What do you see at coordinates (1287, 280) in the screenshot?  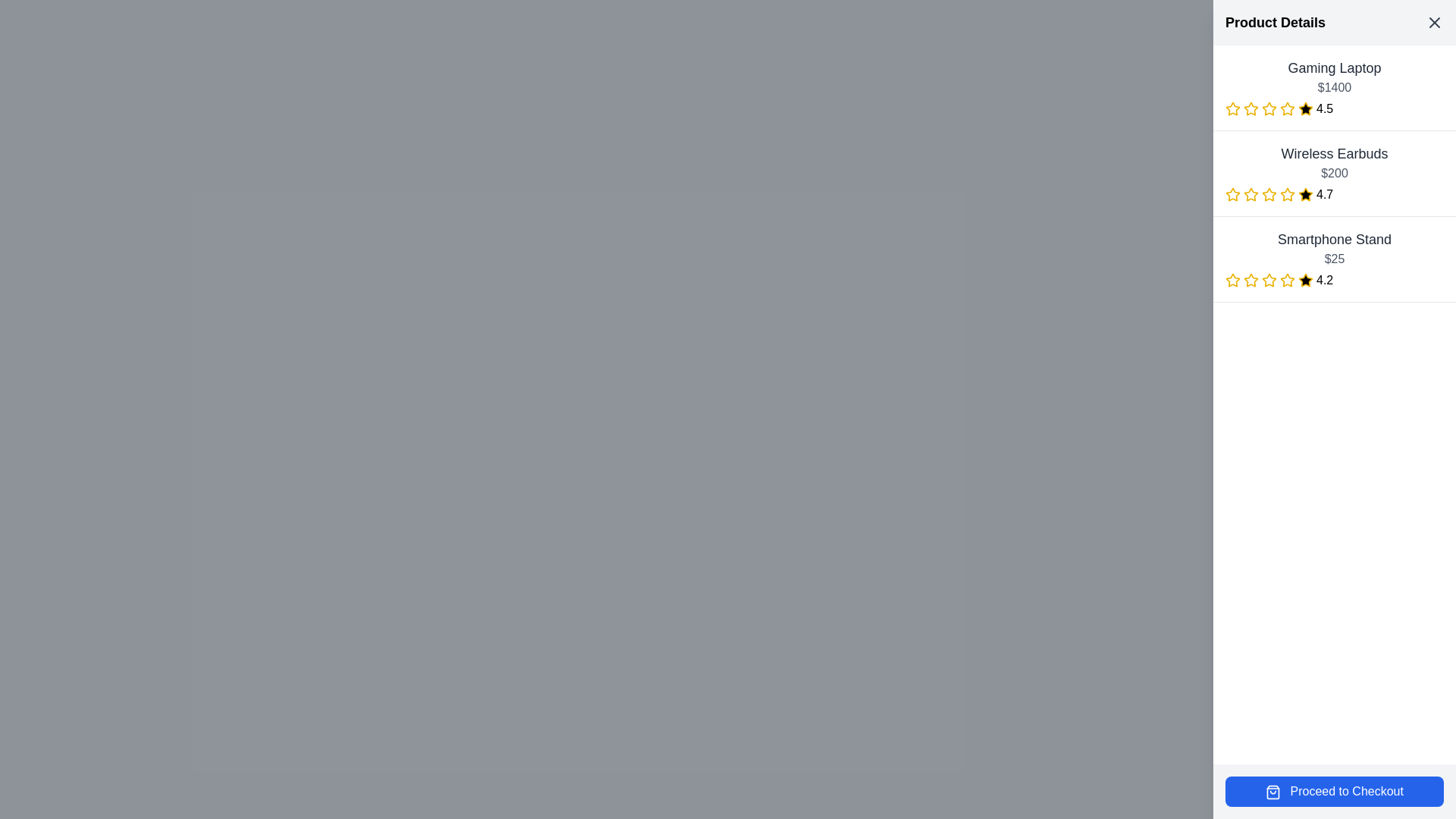 I see `the filled gold star icon representing the fourth star in the rating system for 'Smartphone Stand'` at bounding box center [1287, 280].